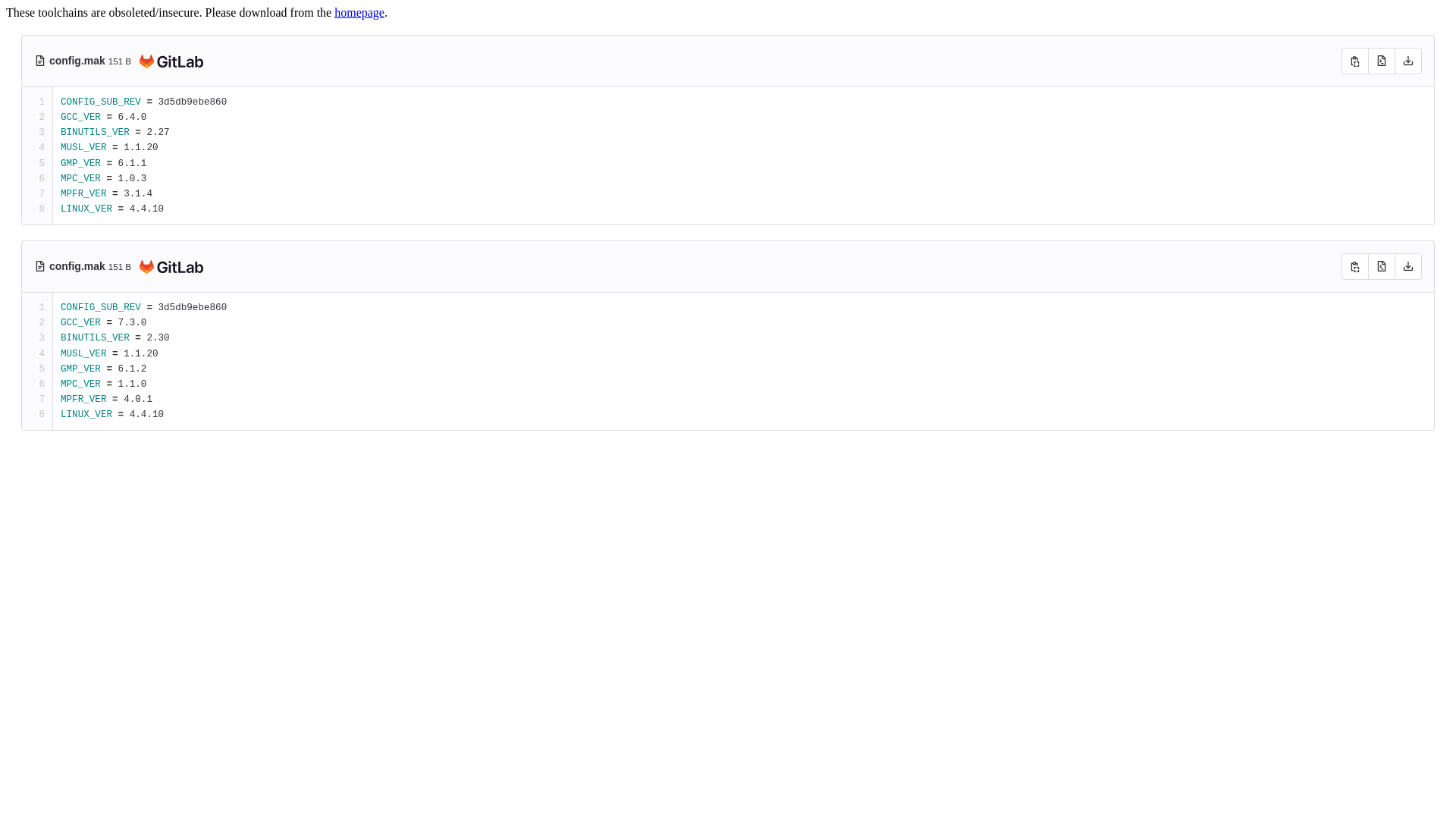  Describe the element at coordinates (1354, 265) in the screenshot. I see `'Copy snippet contents'` at that location.